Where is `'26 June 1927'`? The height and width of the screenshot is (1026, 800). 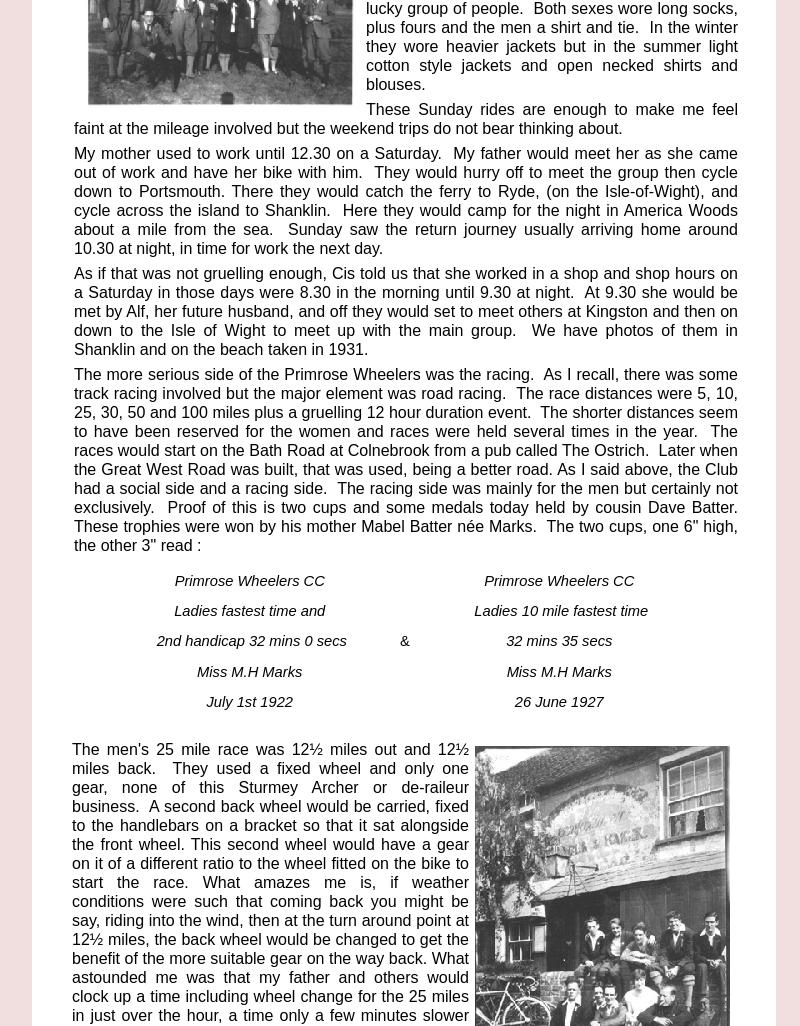 '26 June 1927' is located at coordinates (513, 699).